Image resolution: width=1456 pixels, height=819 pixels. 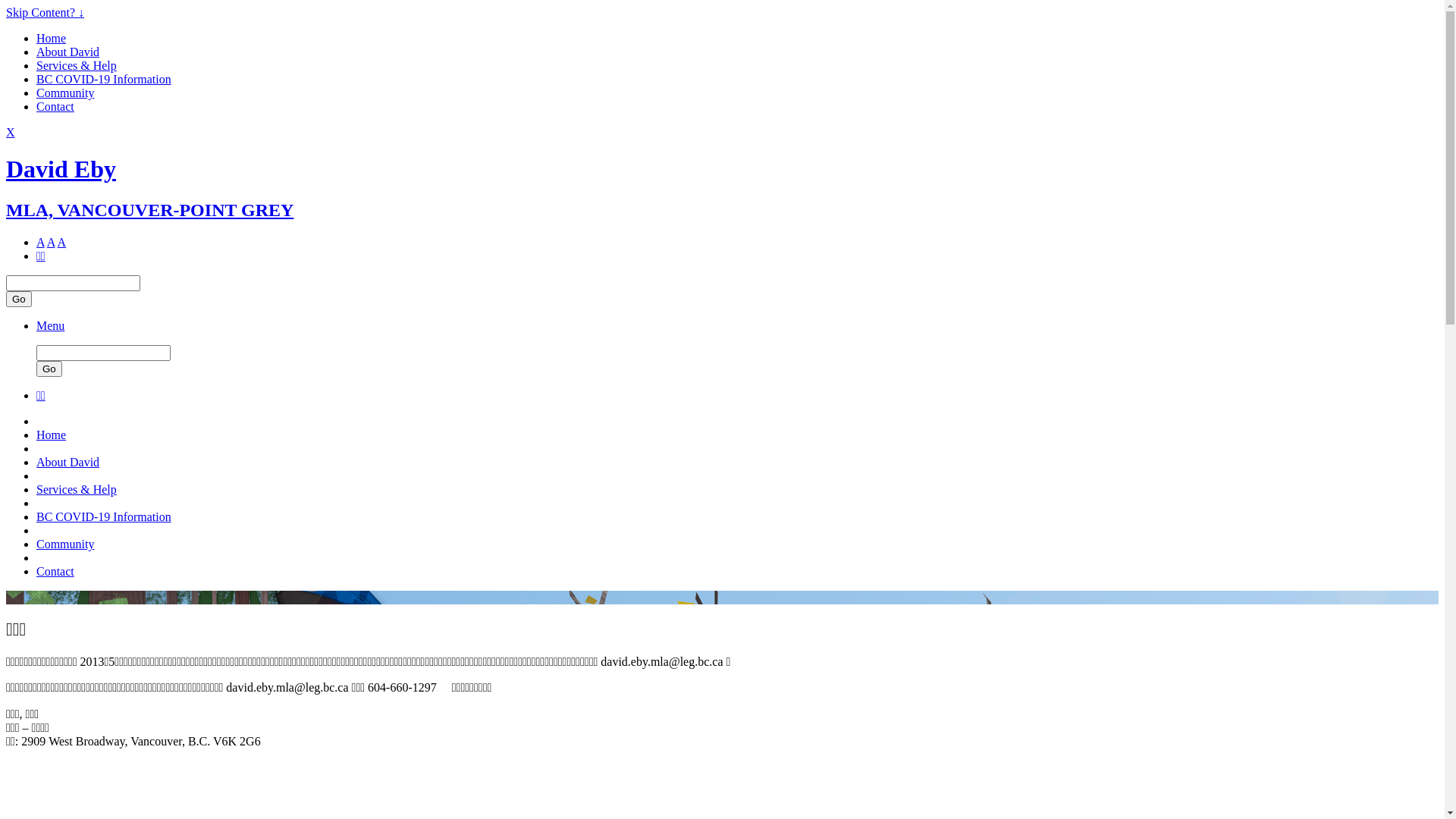 What do you see at coordinates (36, 461) in the screenshot?
I see `'About David'` at bounding box center [36, 461].